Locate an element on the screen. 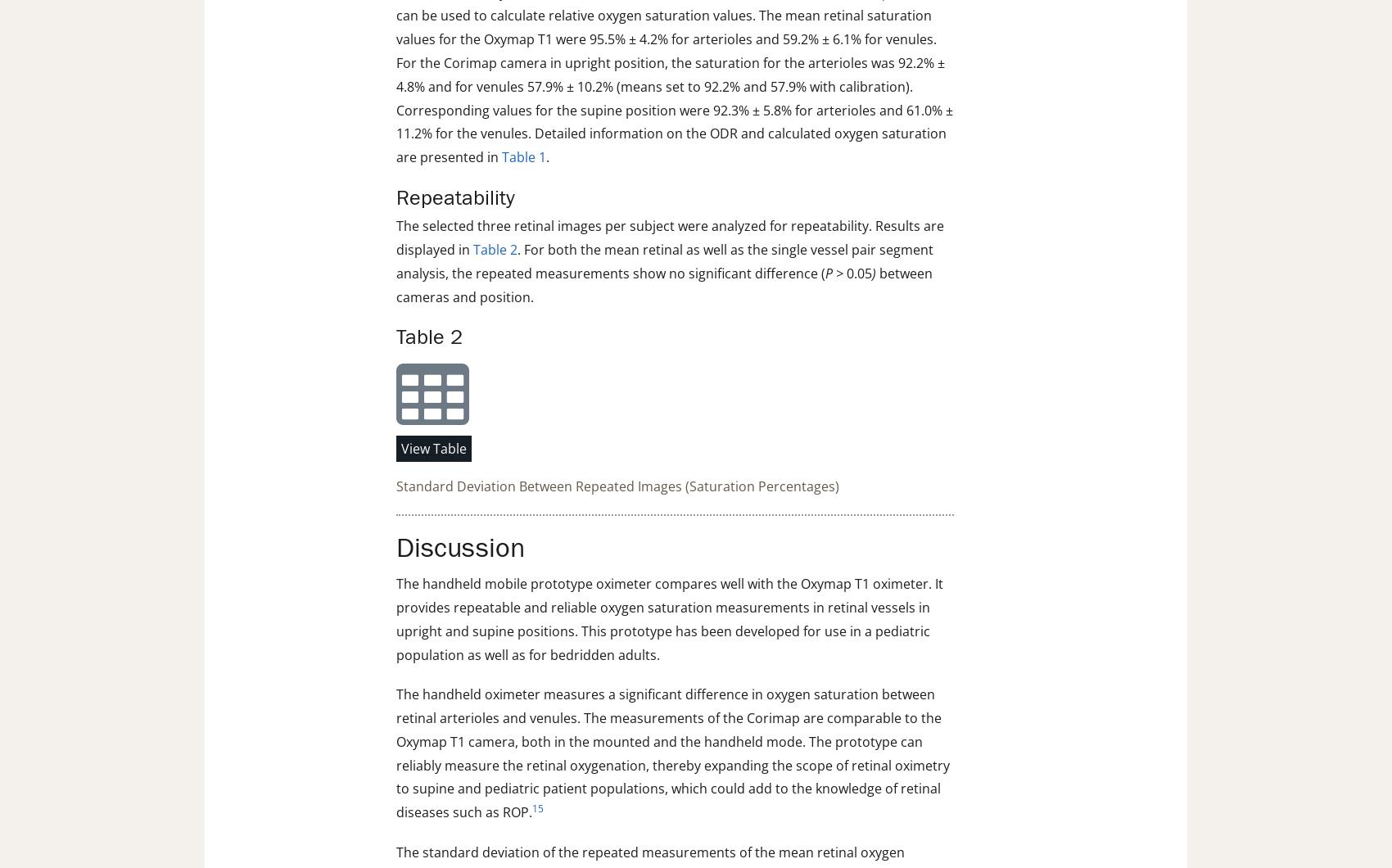 Image resolution: width=1392 pixels, height=868 pixels. 'P >' is located at coordinates (833, 273).